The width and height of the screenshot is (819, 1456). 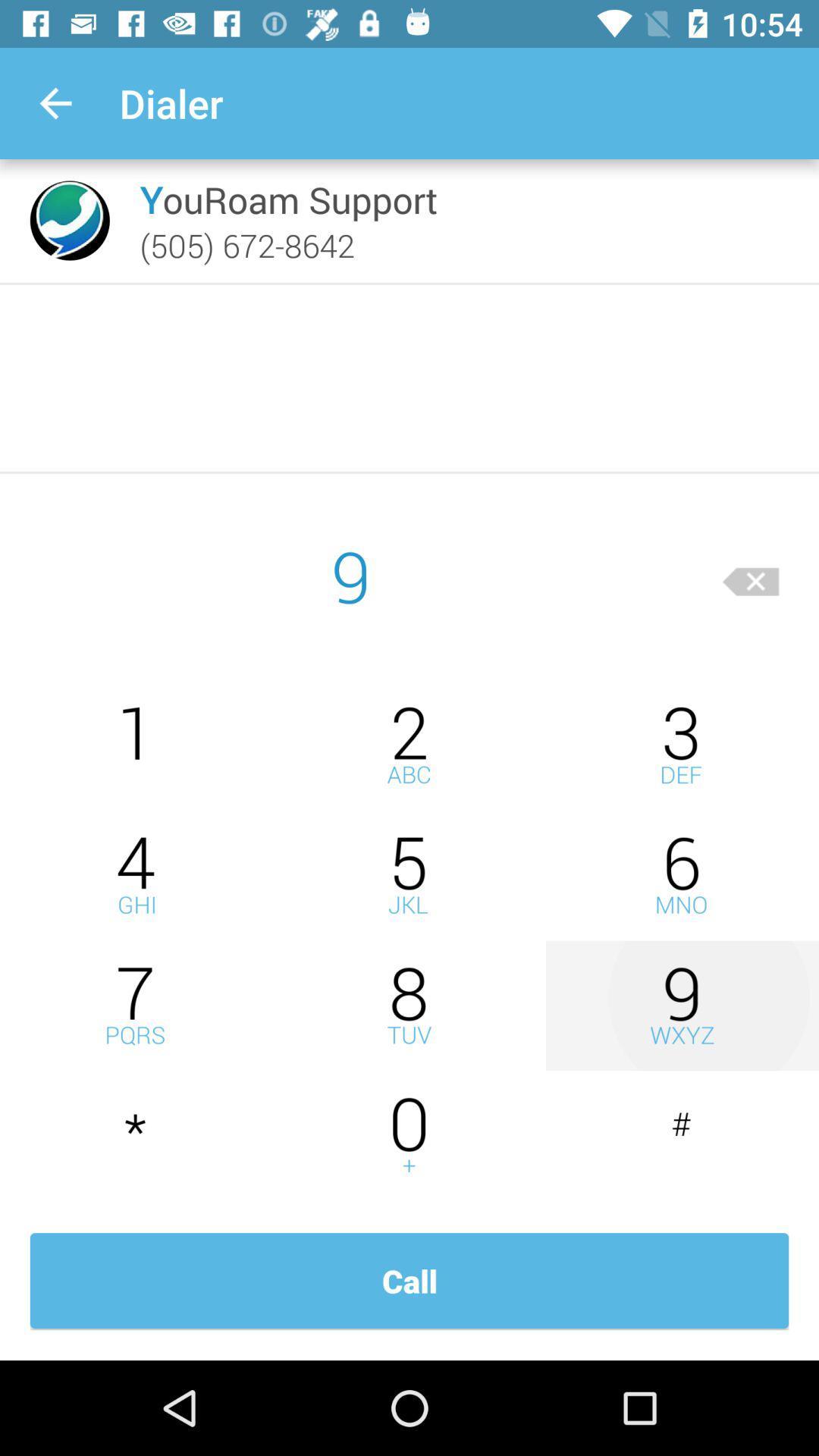 I want to click on zero, so click(x=409, y=1136).